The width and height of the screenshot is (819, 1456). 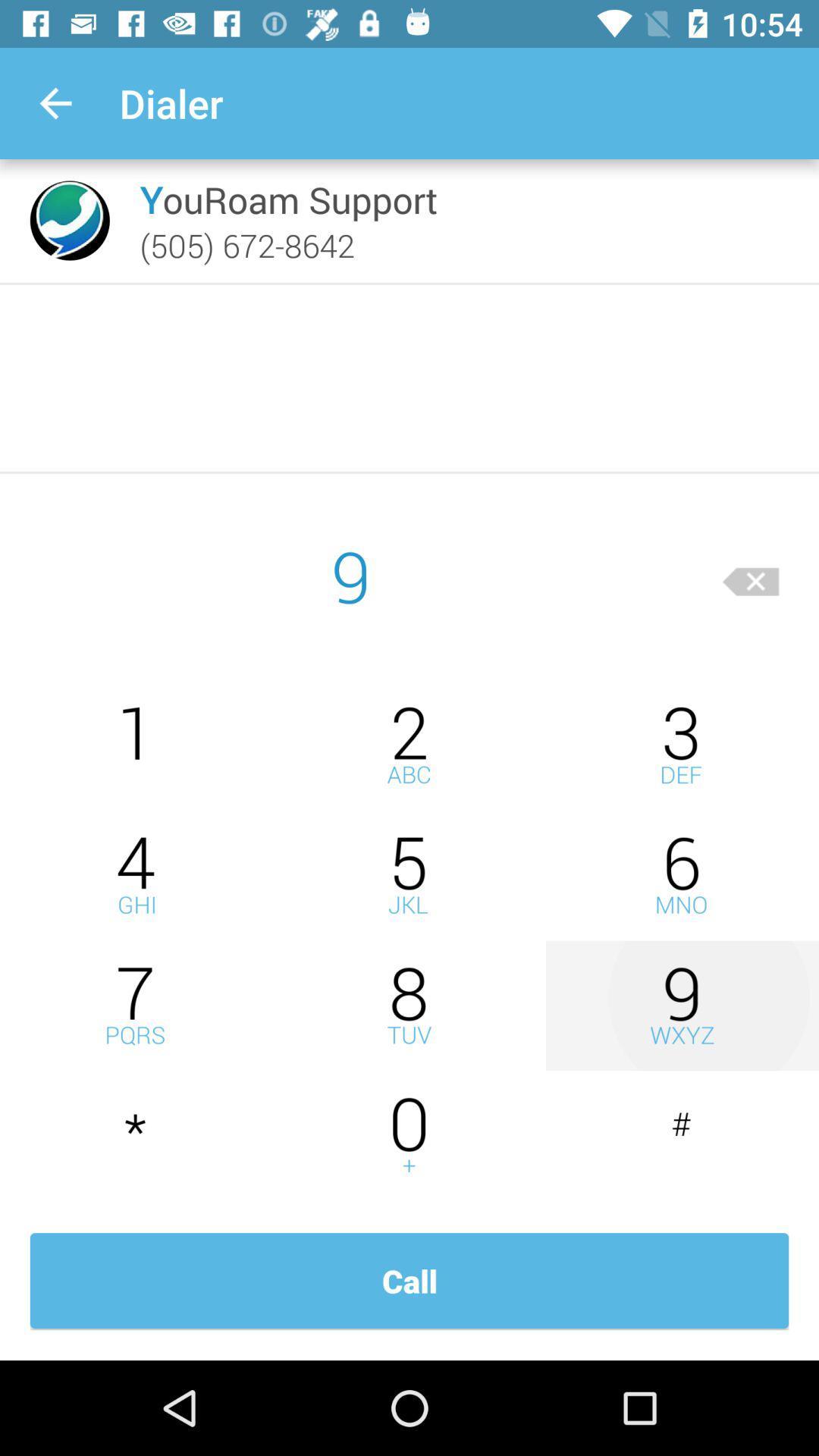 I want to click on zero, so click(x=409, y=1136).